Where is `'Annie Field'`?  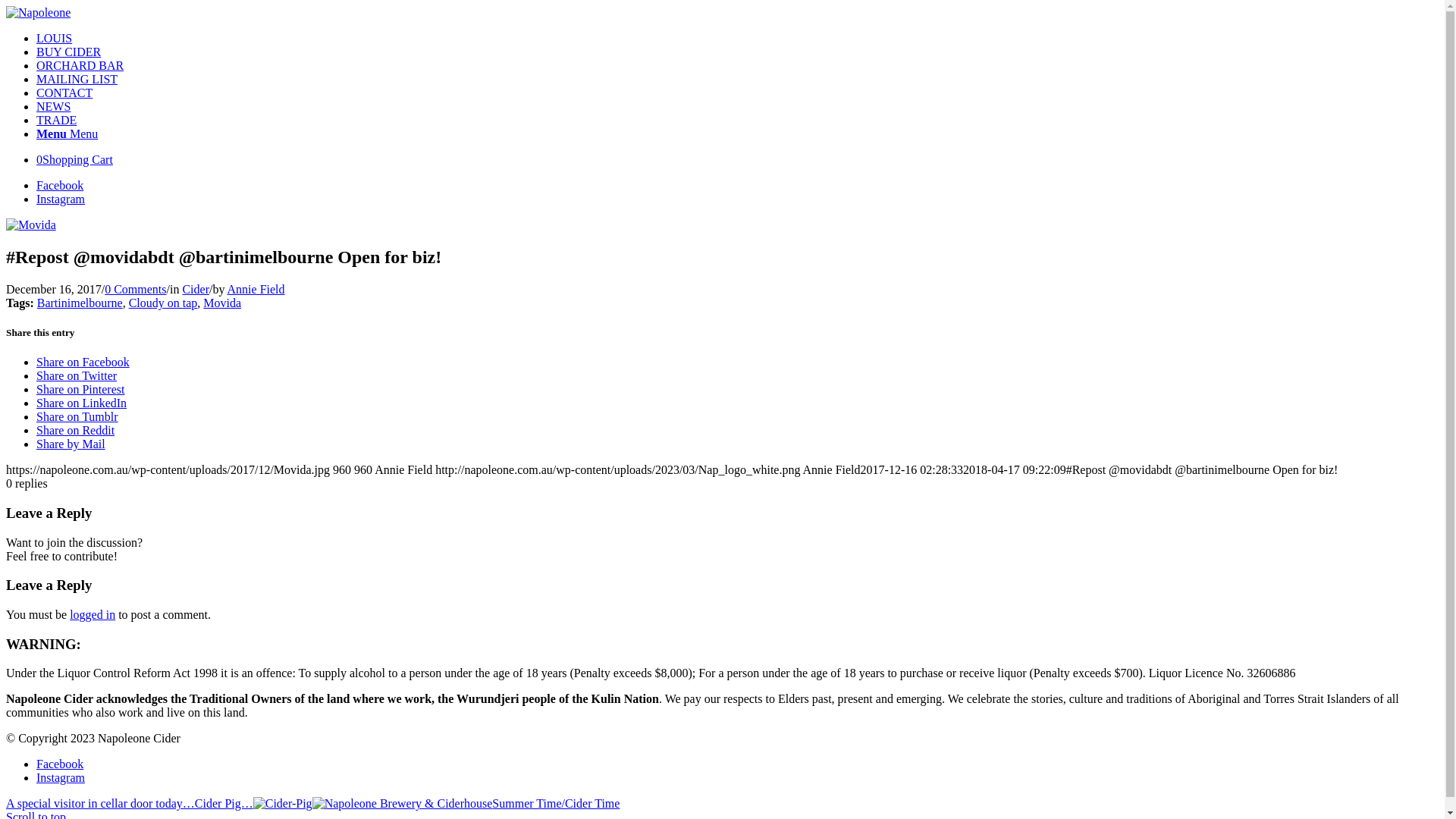
'Annie Field' is located at coordinates (256, 289).